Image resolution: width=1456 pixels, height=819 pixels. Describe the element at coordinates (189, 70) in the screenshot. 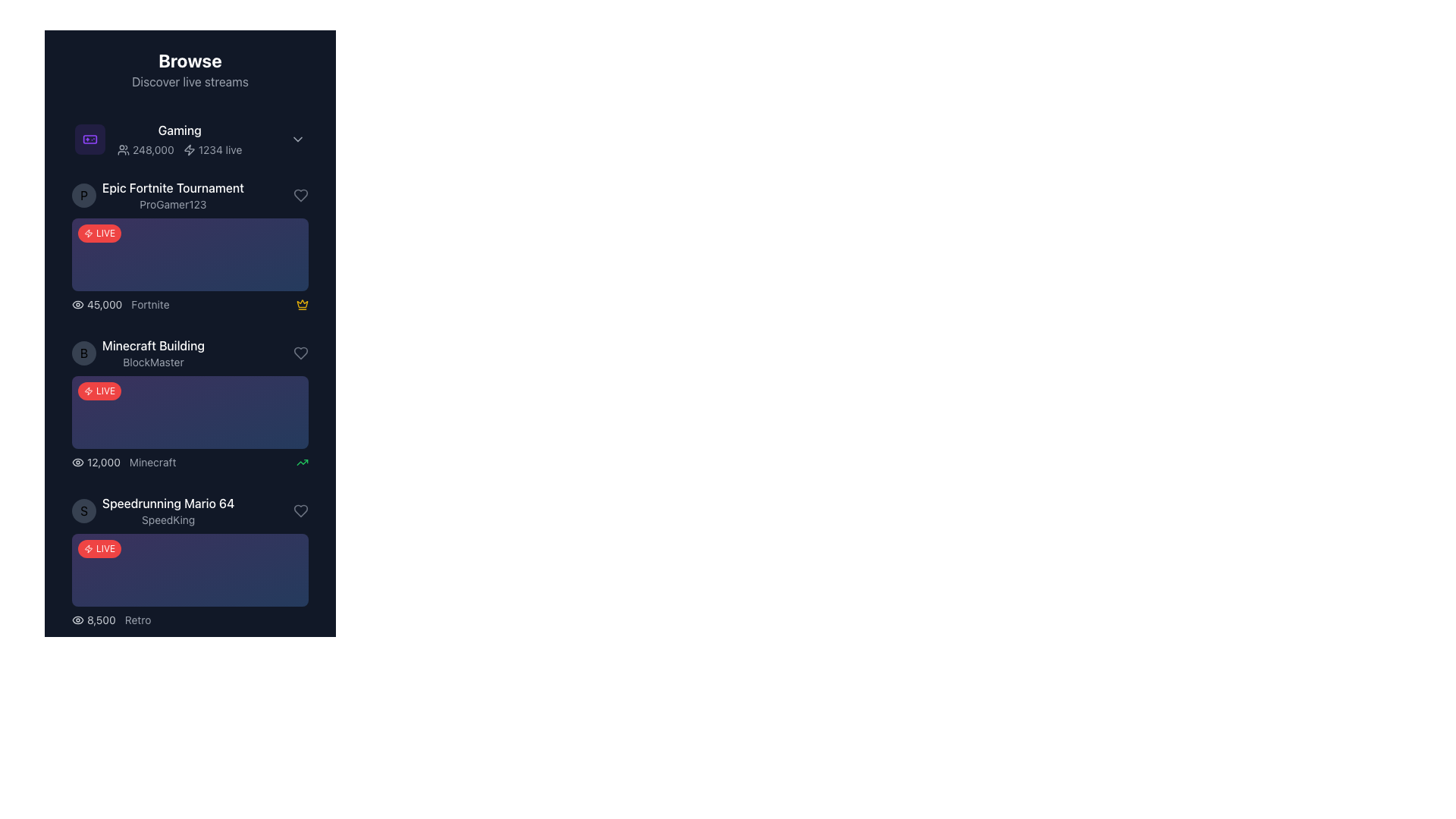

I see `the Header element, which features bold white text 'Browse' and smaller gray text 'Discover live streams', located at the top of the left-side navigation panel` at that location.